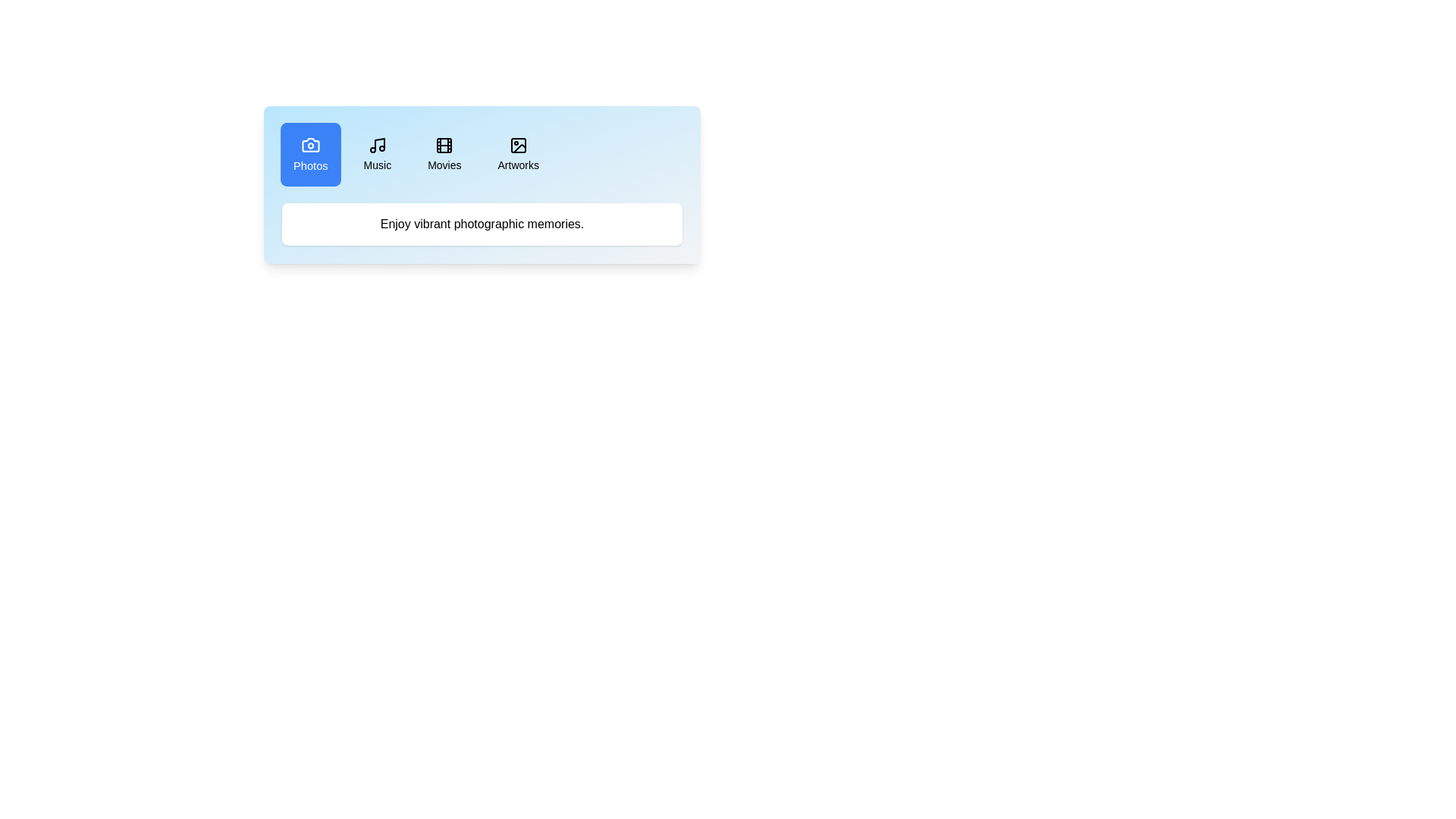  What do you see at coordinates (518, 155) in the screenshot?
I see `the tab button corresponding to Artworks` at bounding box center [518, 155].